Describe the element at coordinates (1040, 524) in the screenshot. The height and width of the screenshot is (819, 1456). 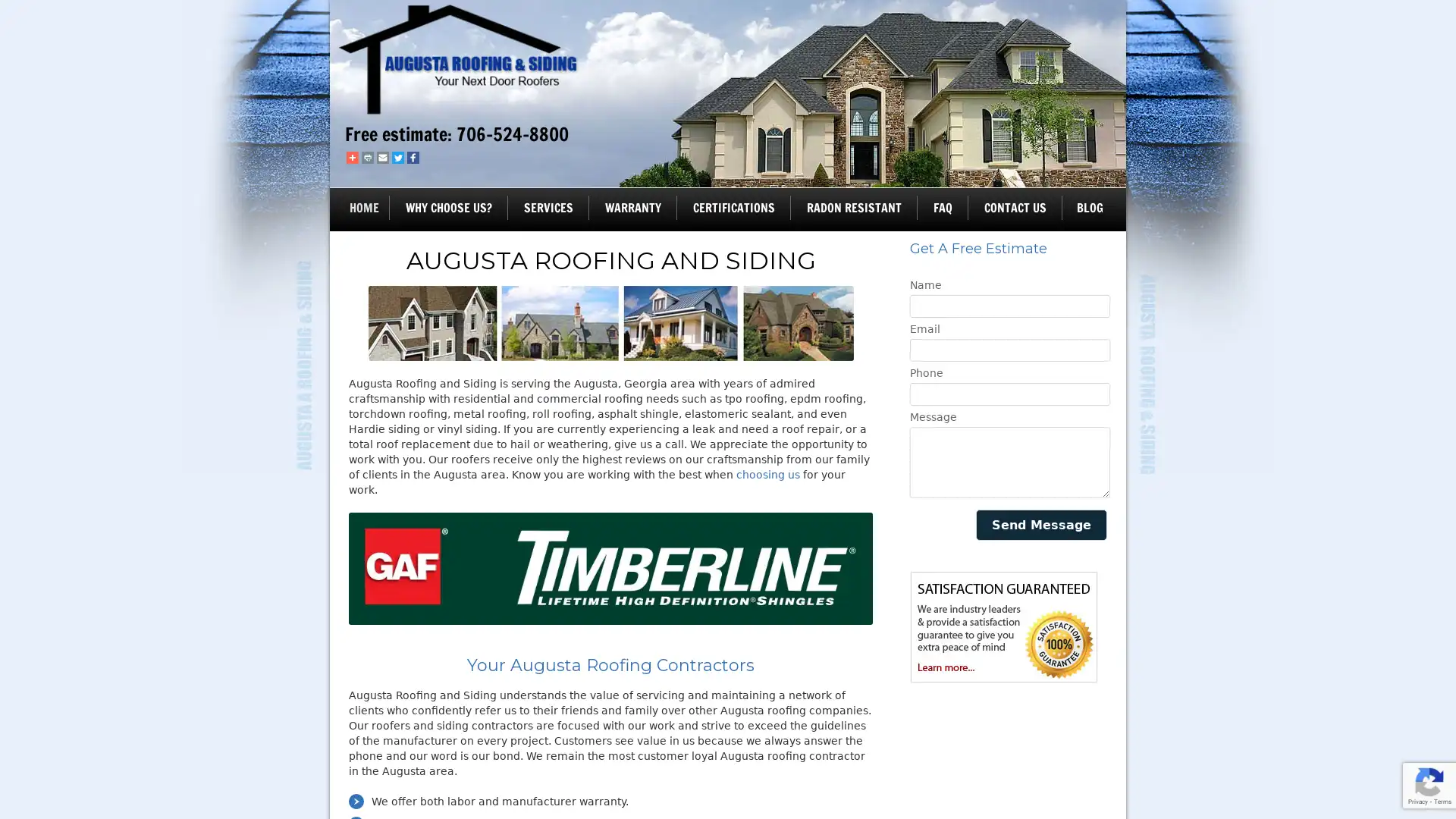
I see `Send Message` at that location.